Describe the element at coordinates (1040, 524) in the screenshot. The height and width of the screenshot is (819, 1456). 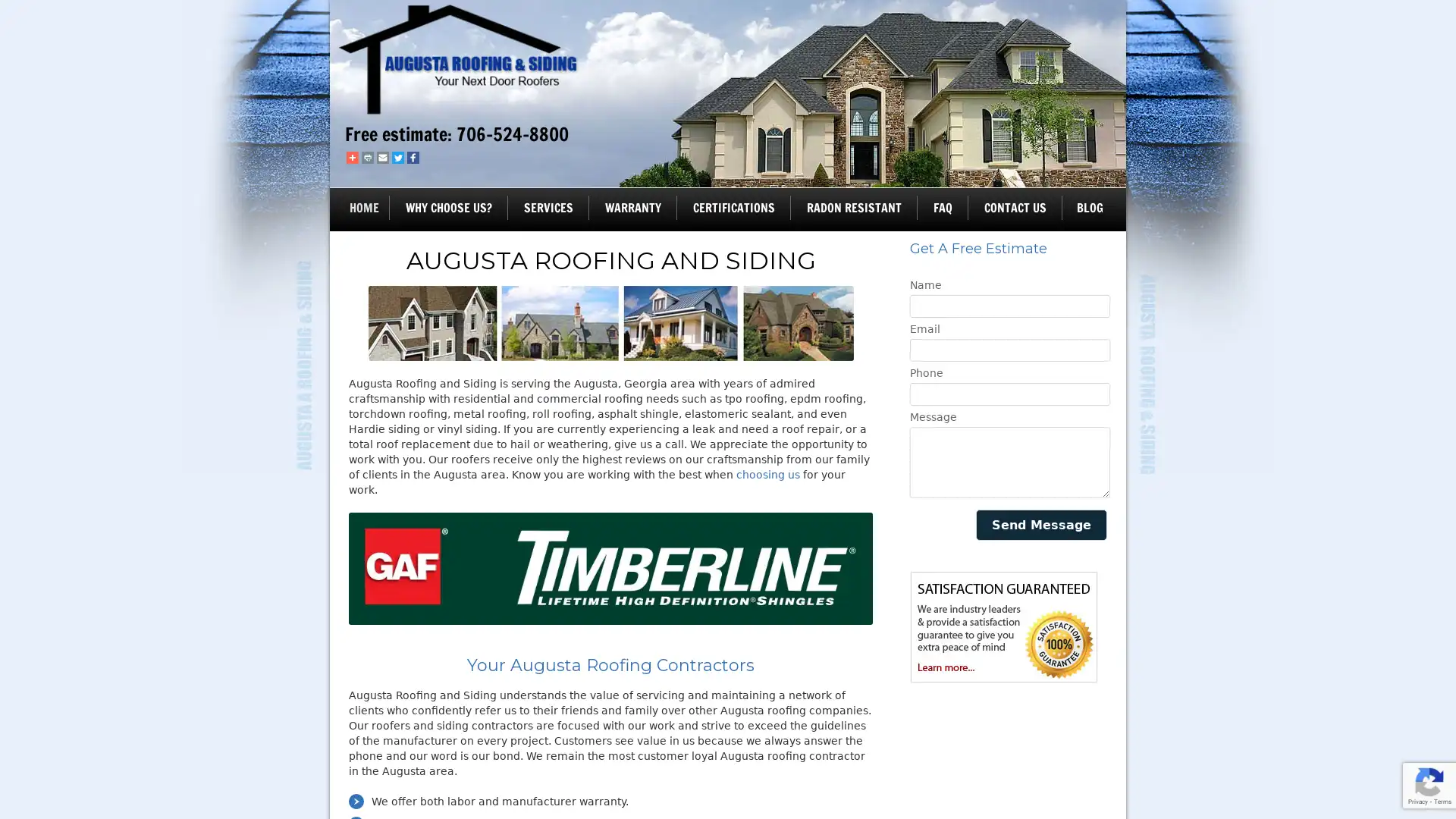
I see `Send Message` at that location.